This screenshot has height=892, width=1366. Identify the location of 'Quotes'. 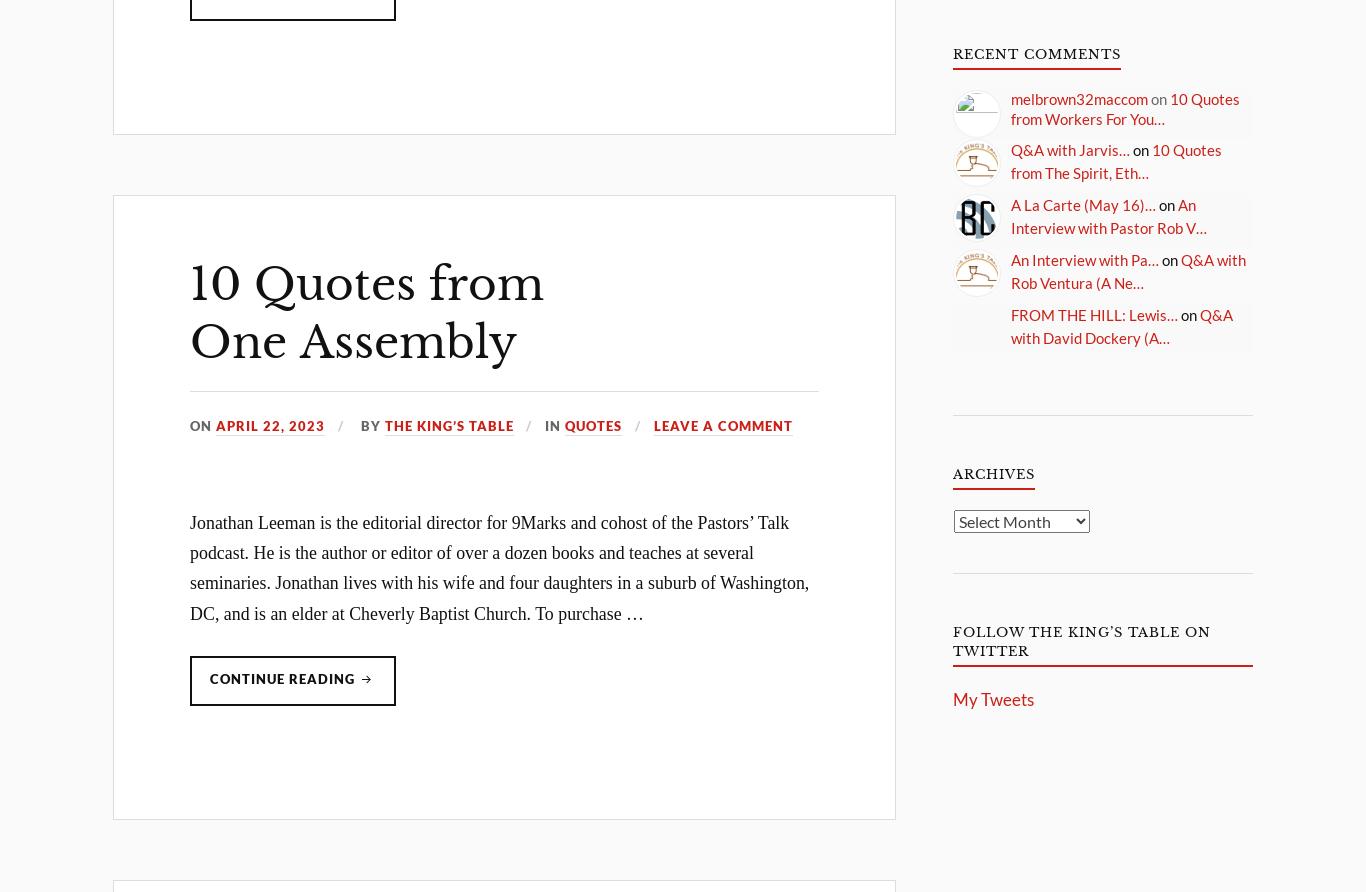
(564, 425).